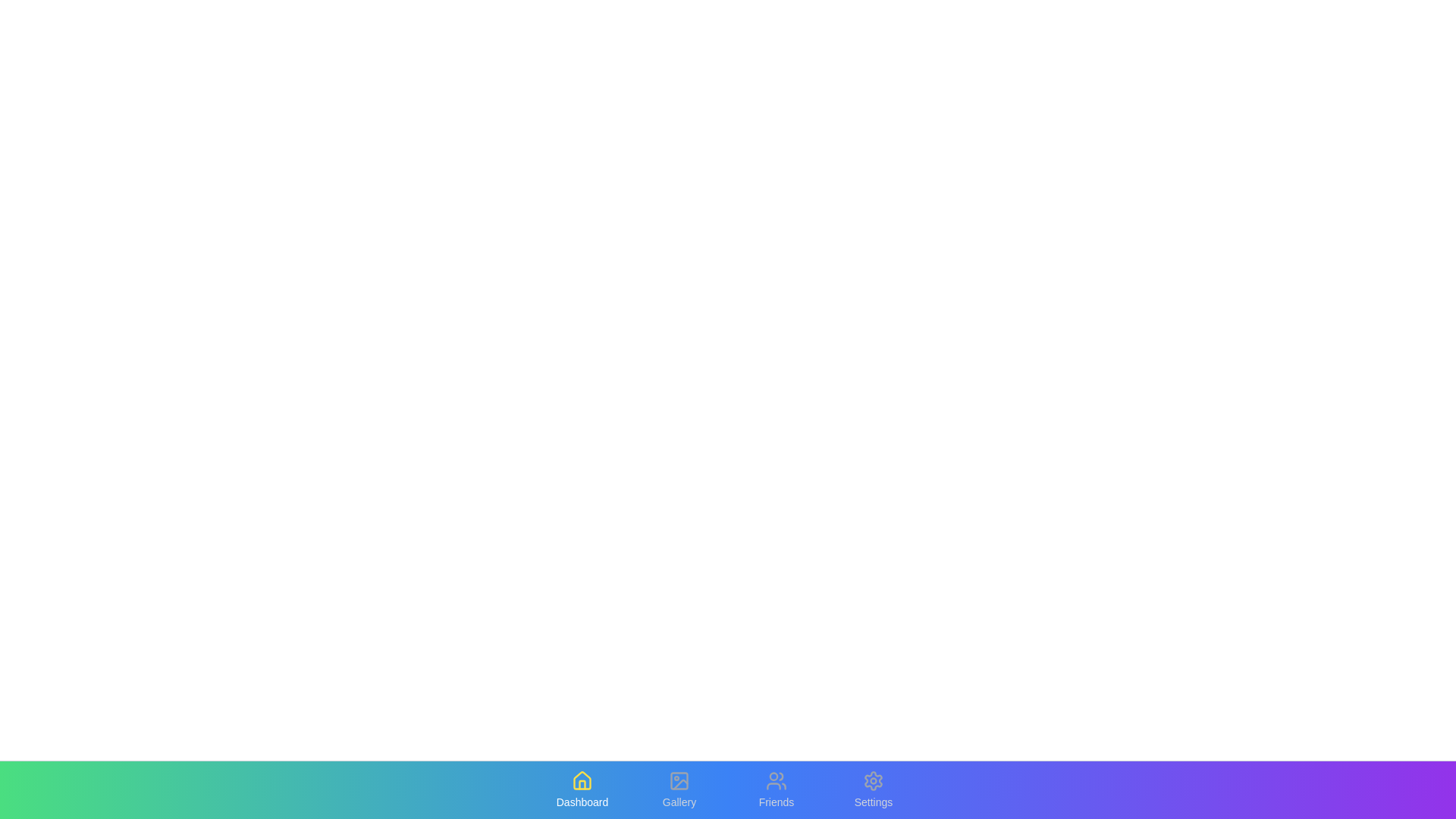  I want to click on the Friends tab to observe the hover effect, so click(776, 789).